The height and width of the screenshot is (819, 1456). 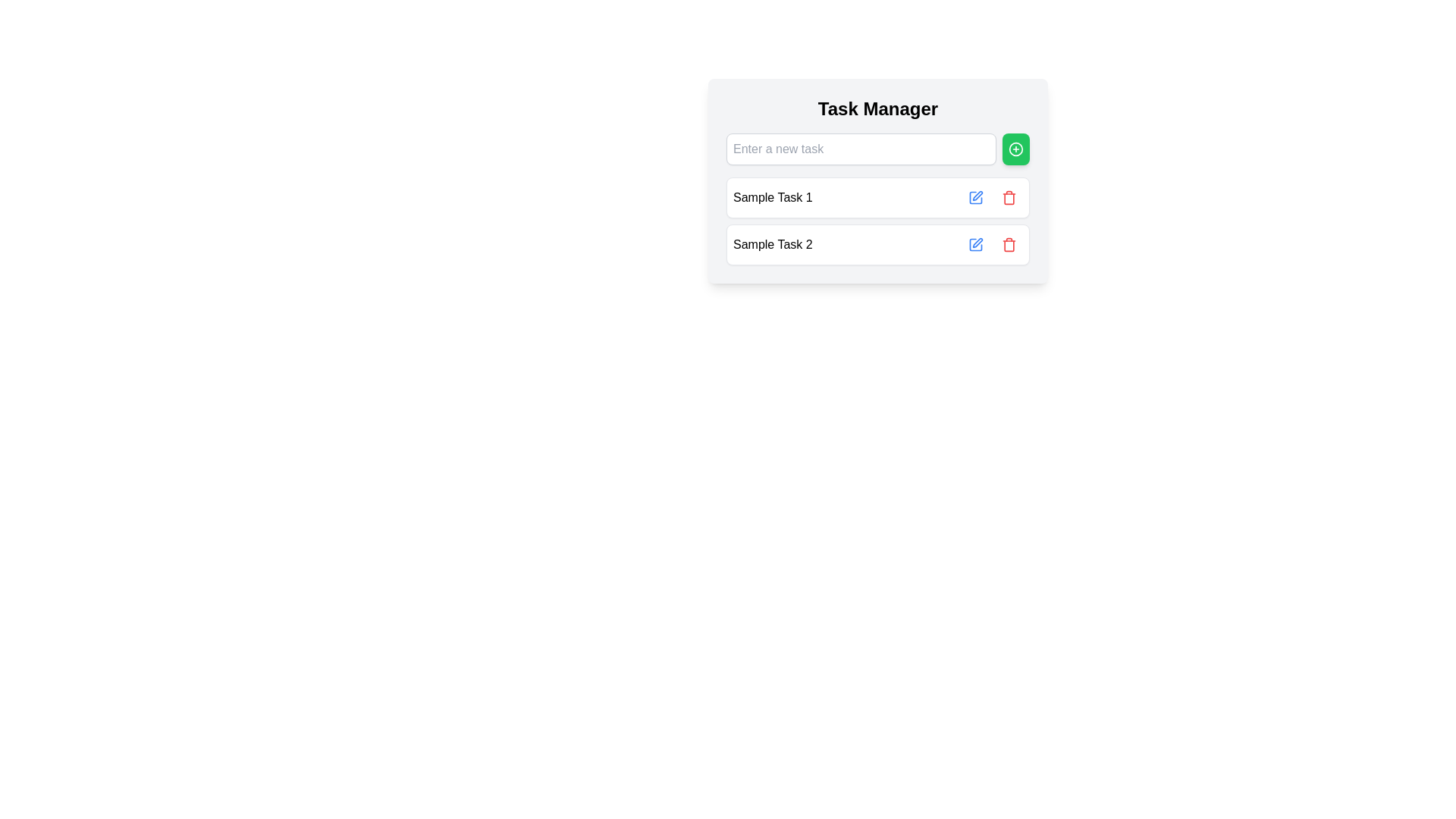 I want to click on the red trash can icon button located at the bottom right of the 'Sample Task 2' row, so click(x=1009, y=244).